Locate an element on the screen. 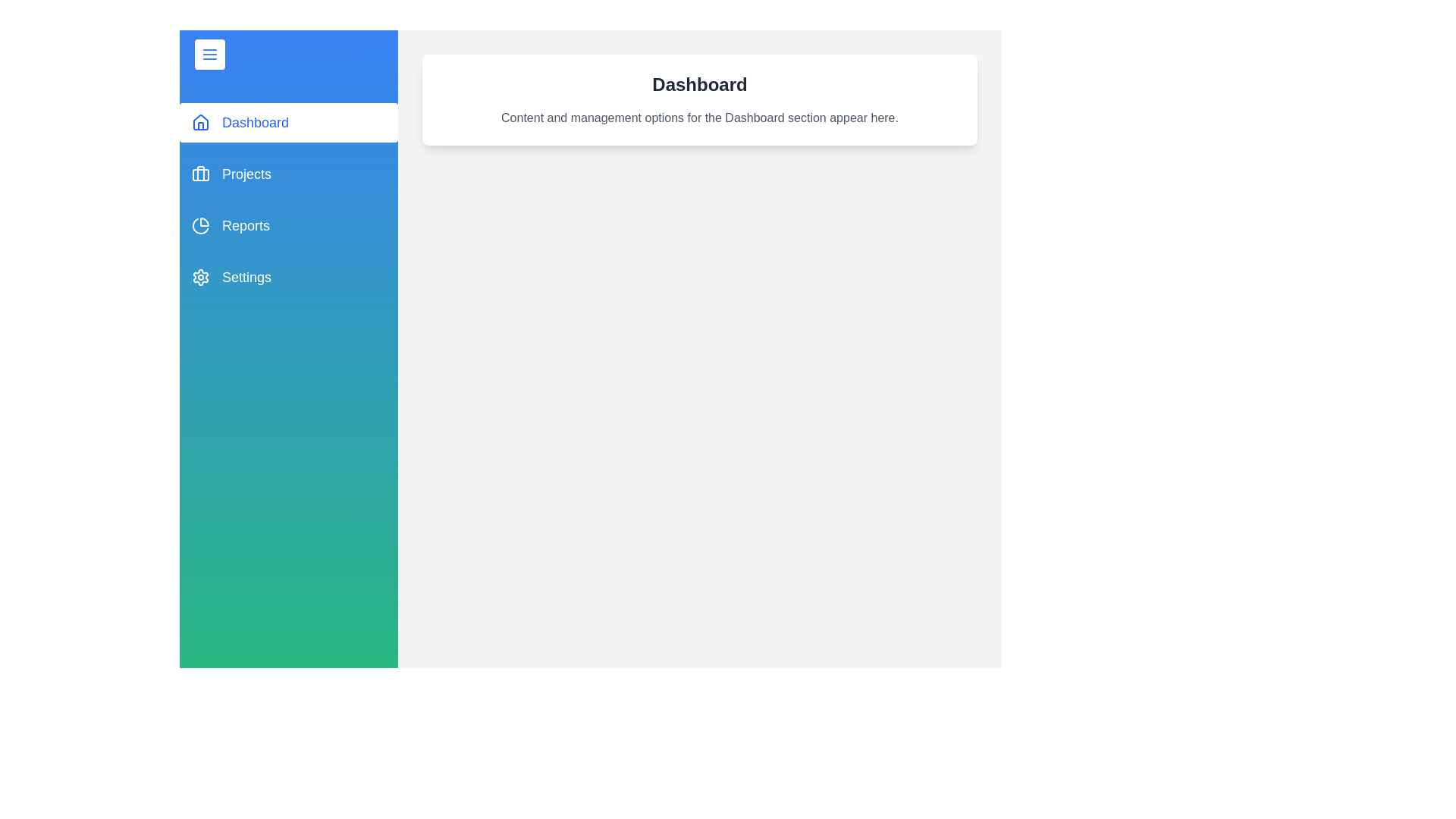  the section Settings from the navigation menu is located at coordinates (288, 278).